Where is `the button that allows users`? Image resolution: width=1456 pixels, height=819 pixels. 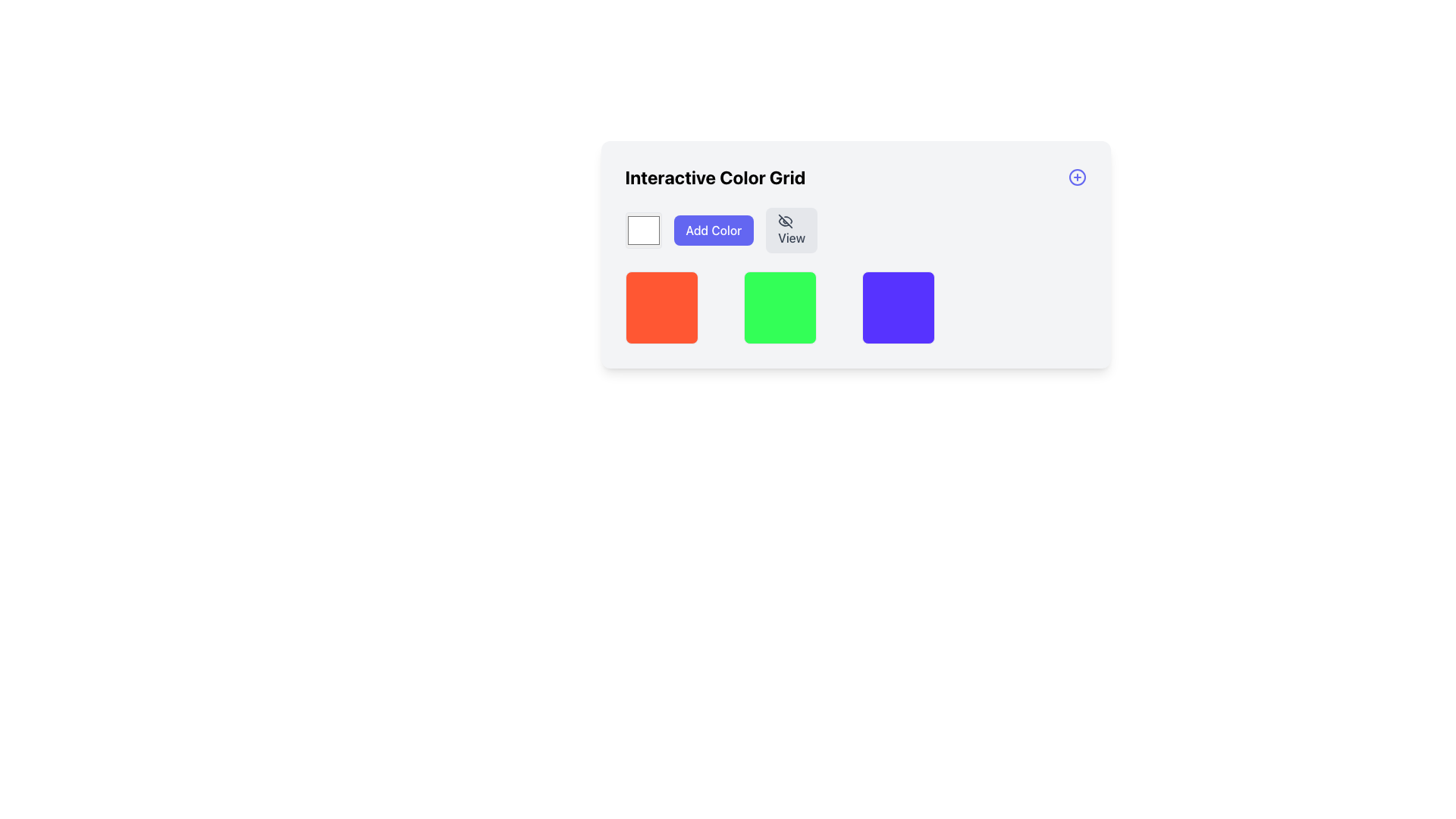
the button that allows users is located at coordinates (713, 231).